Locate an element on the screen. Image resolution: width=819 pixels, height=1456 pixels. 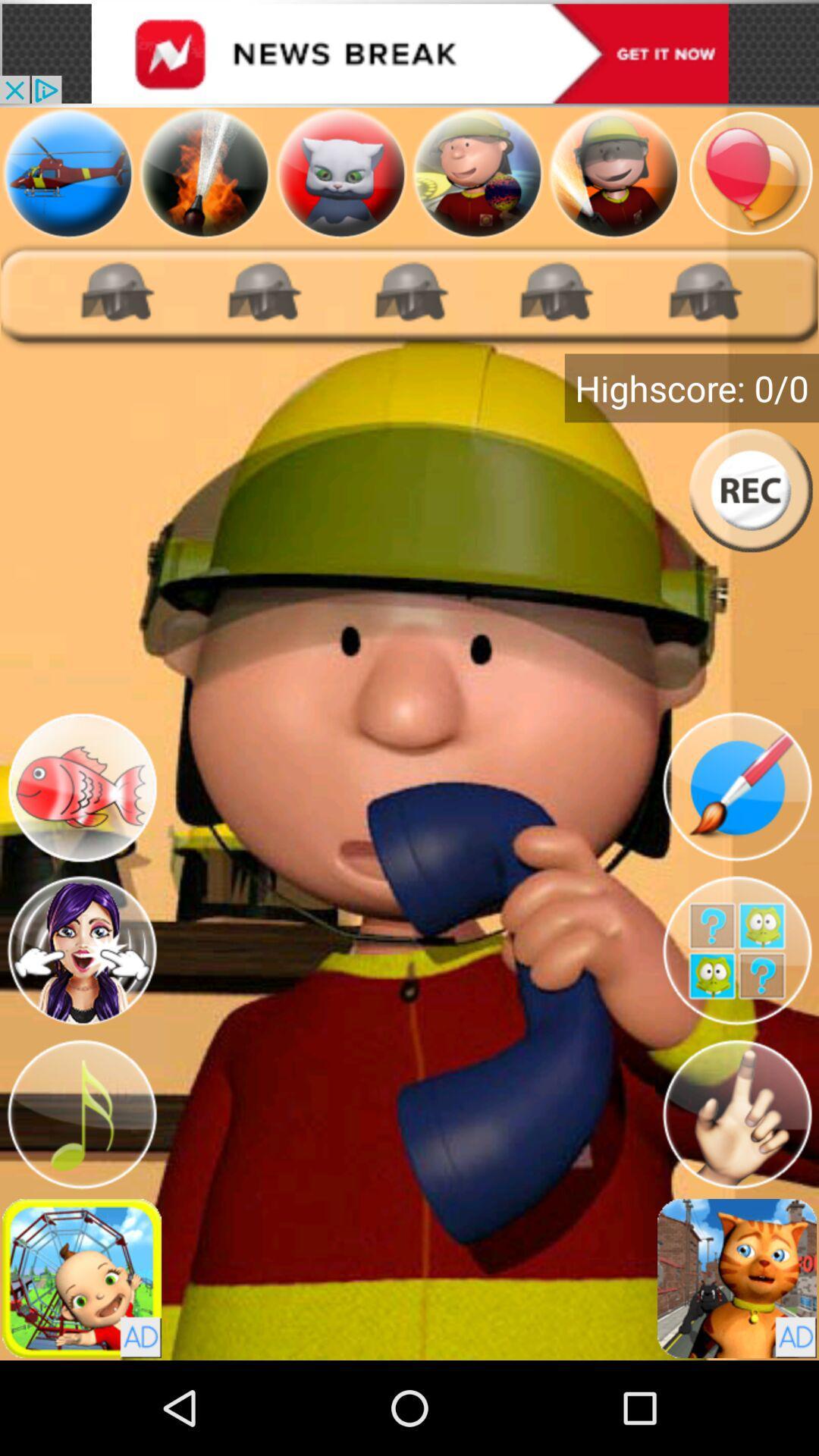
water hose is located at coordinates (205, 173).